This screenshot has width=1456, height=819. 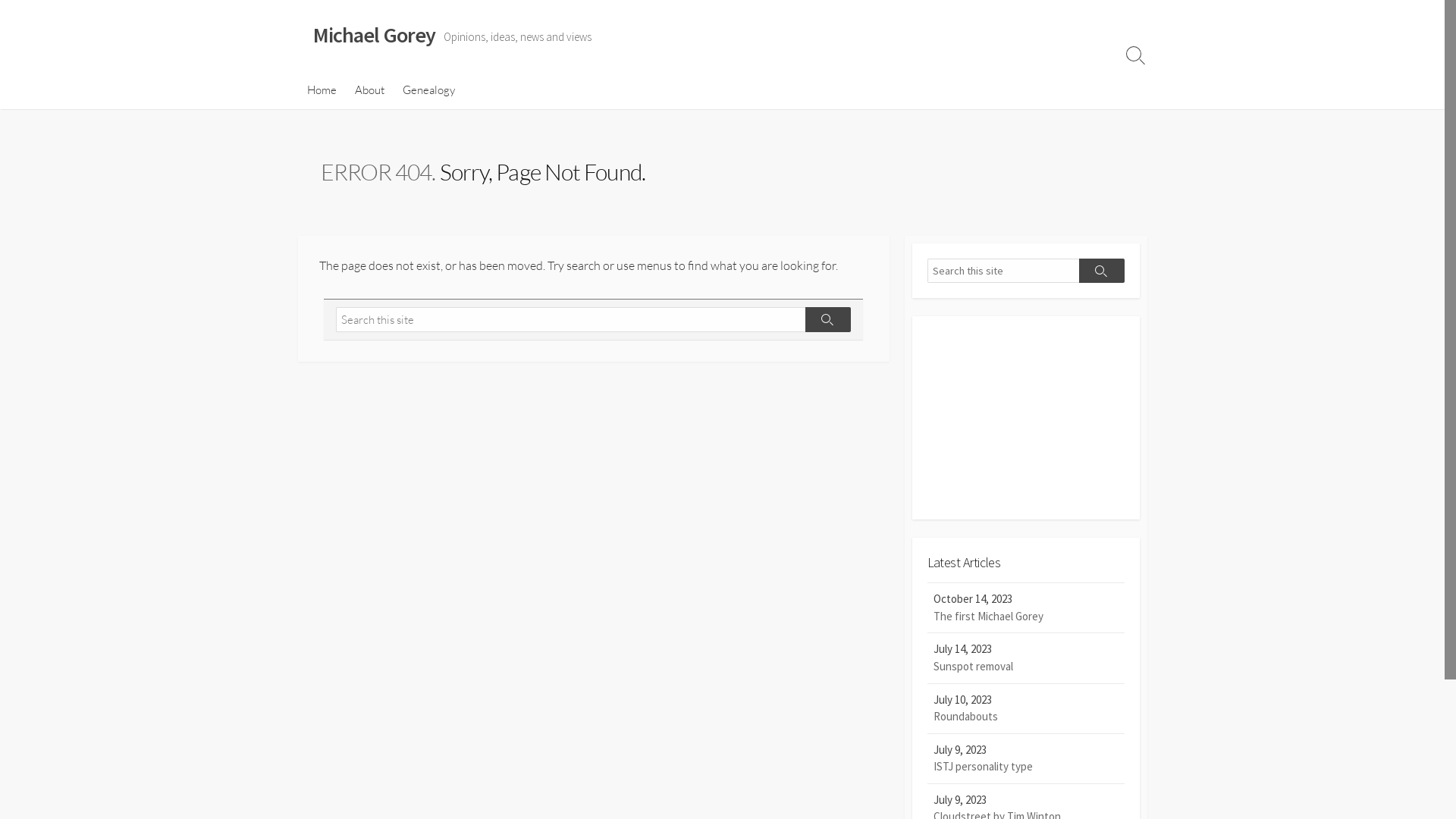 I want to click on 'About', so click(x=369, y=90).